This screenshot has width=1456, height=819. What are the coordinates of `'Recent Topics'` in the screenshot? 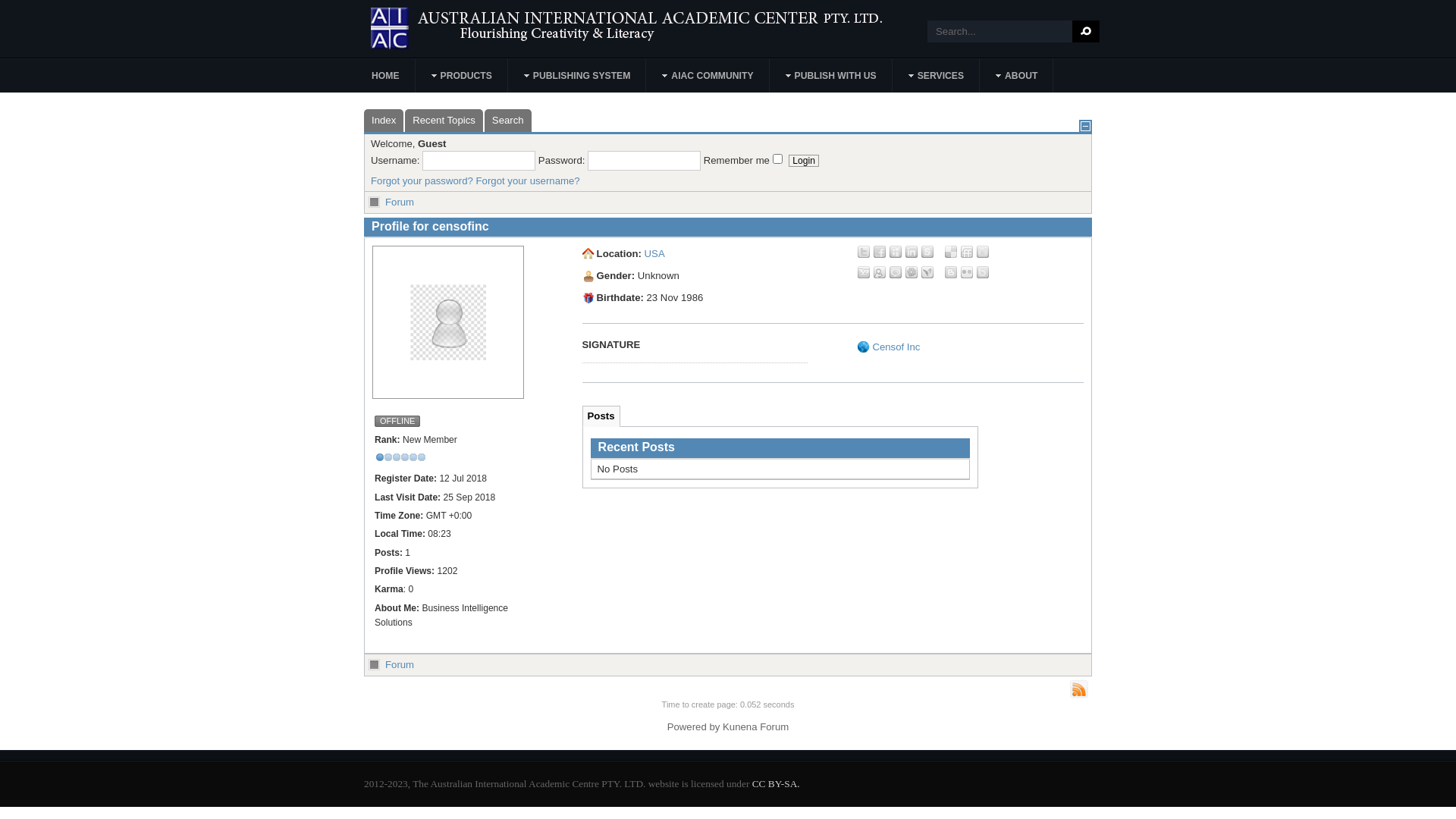 It's located at (443, 119).